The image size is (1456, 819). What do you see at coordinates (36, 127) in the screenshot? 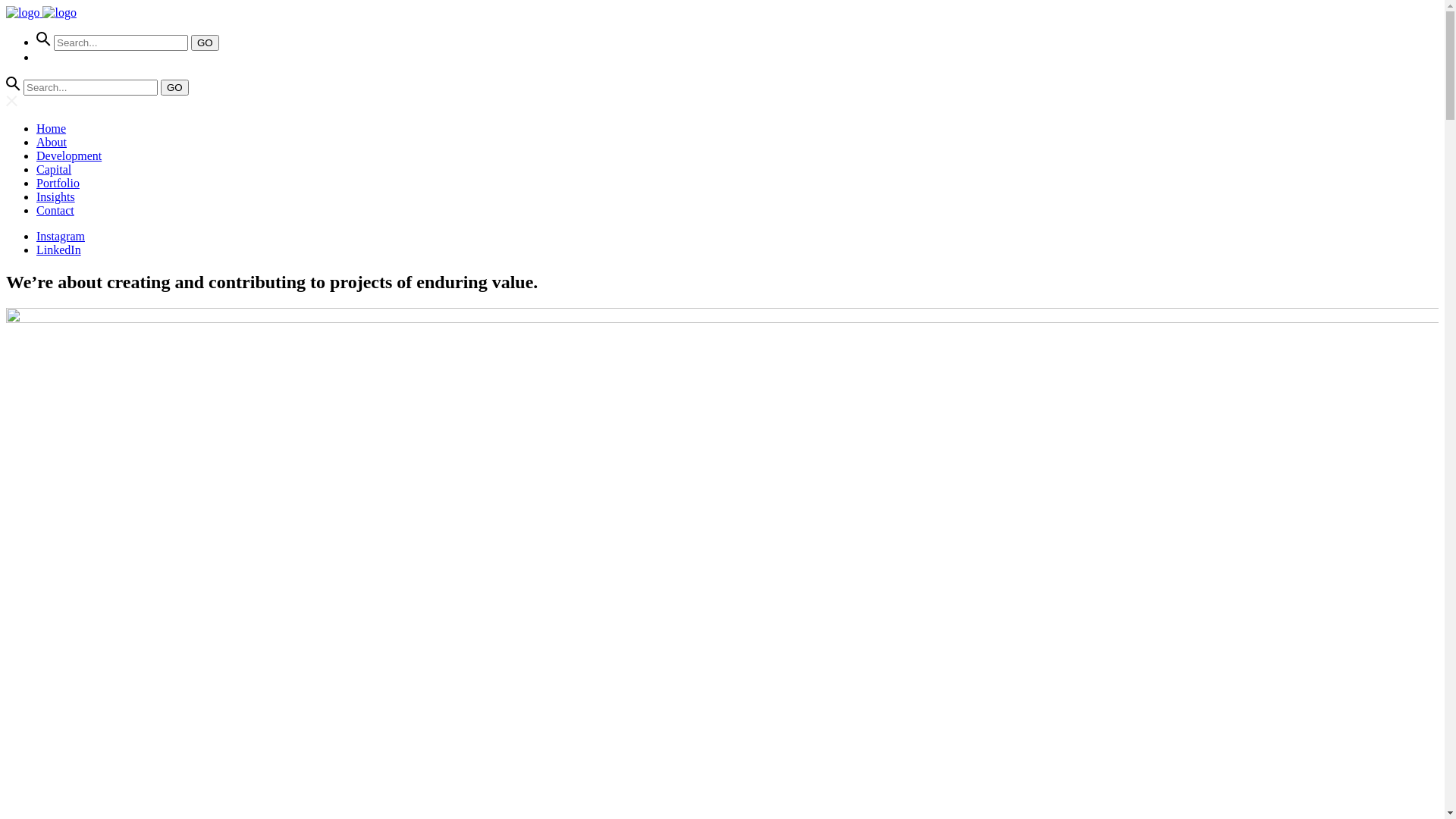
I see `'Home'` at bounding box center [36, 127].